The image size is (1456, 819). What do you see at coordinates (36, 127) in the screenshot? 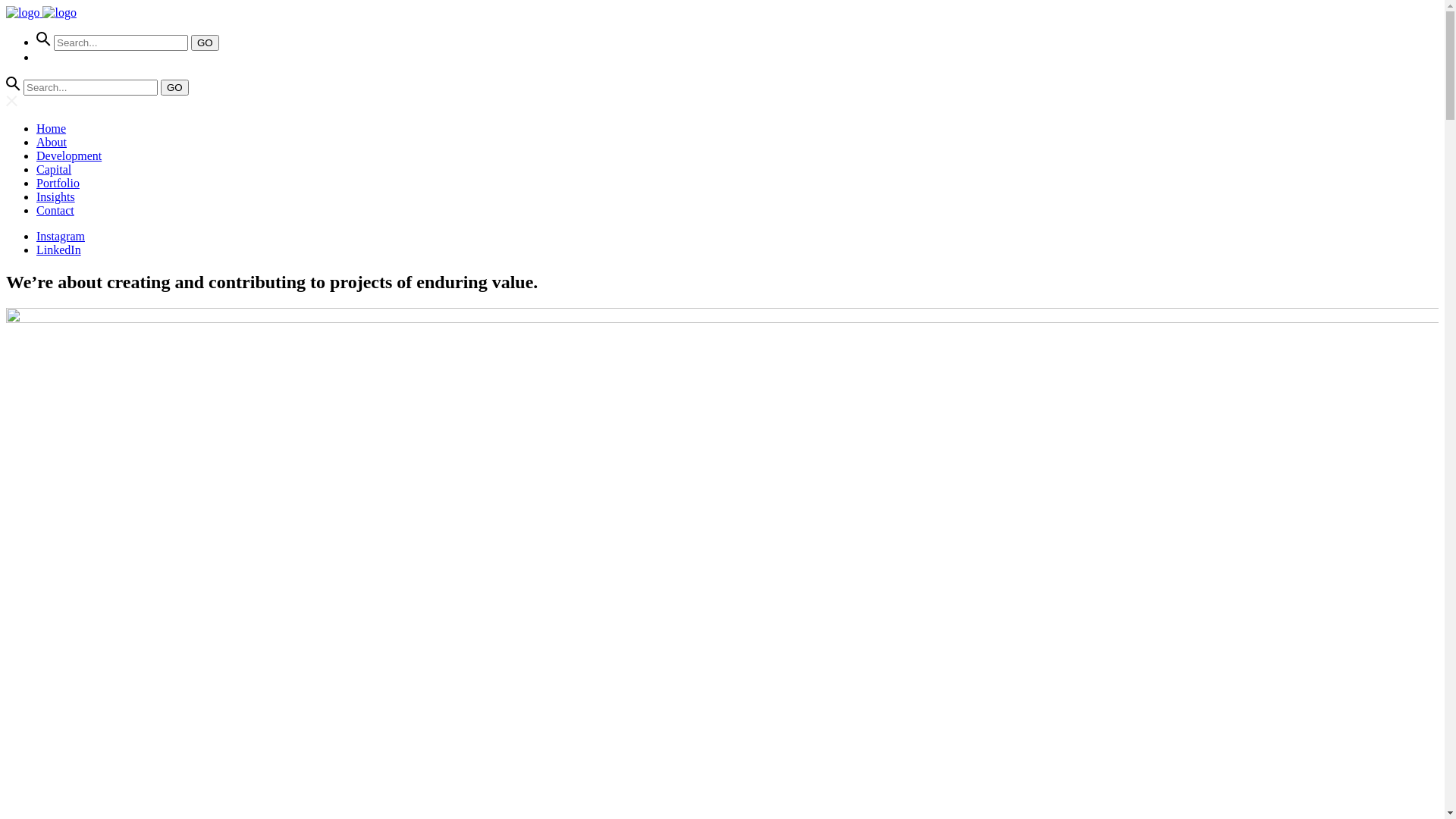
I see `'Home'` at bounding box center [36, 127].